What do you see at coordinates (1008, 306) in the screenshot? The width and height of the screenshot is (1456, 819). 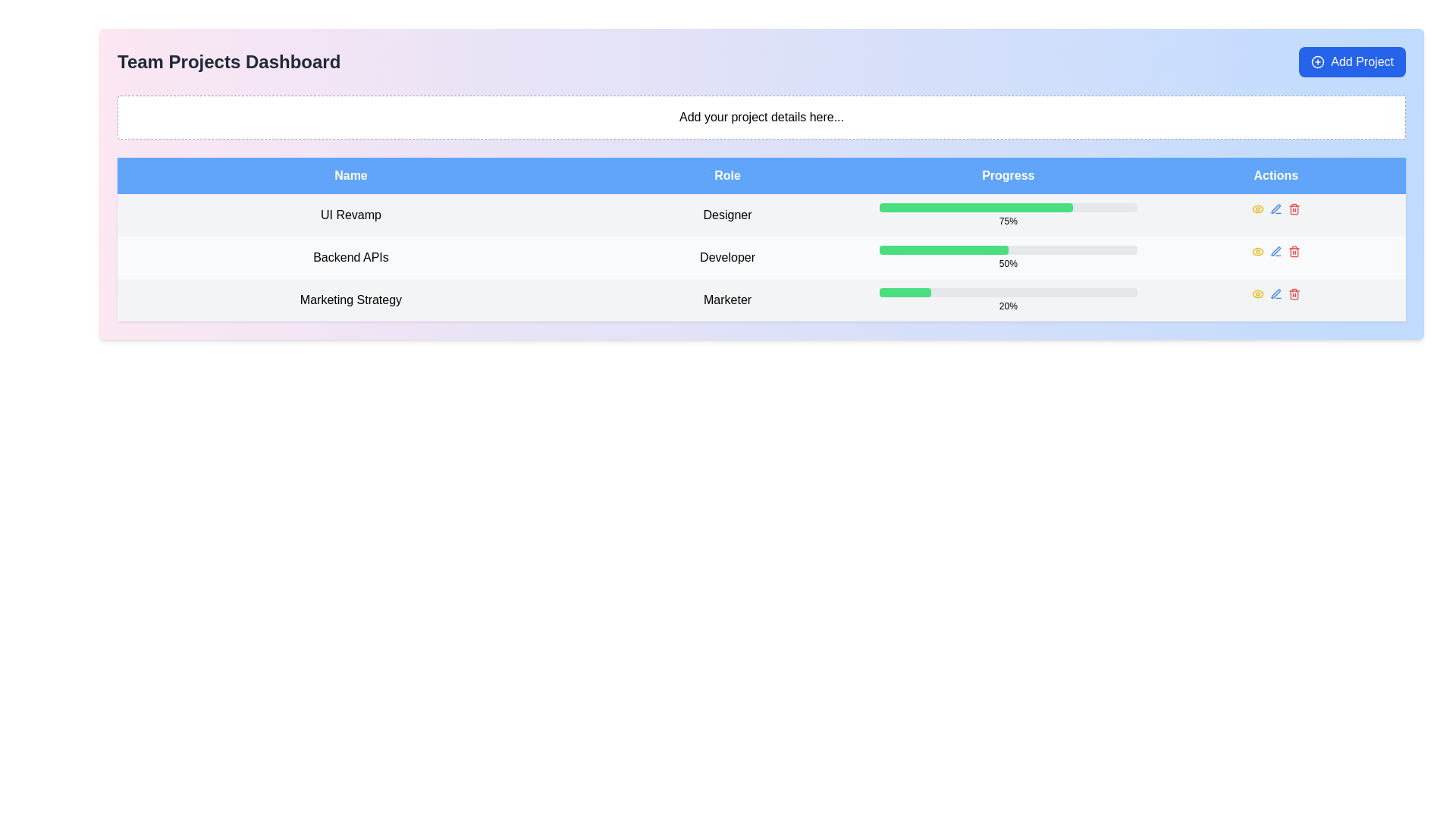 I see `the static text label displaying '20%' located below the progress bar in the 'Marketing Strategy' row of the 'Progress' column in the table layout` at bounding box center [1008, 306].